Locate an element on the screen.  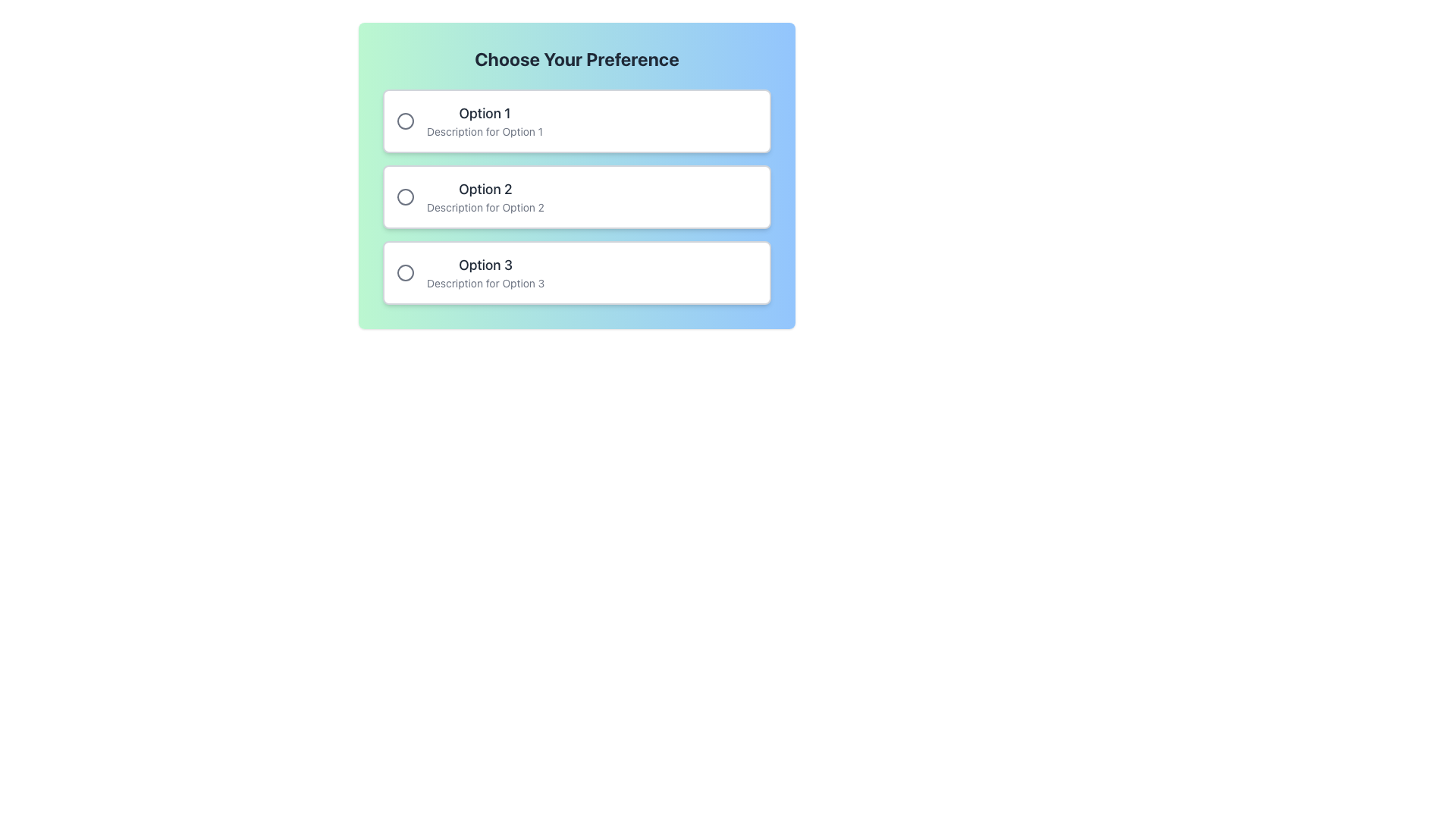
the graphical element (circle) located in the third row labeled 'Option 3', positioned towards the left side of the row, integrated into an icon area is located at coordinates (405, 271).